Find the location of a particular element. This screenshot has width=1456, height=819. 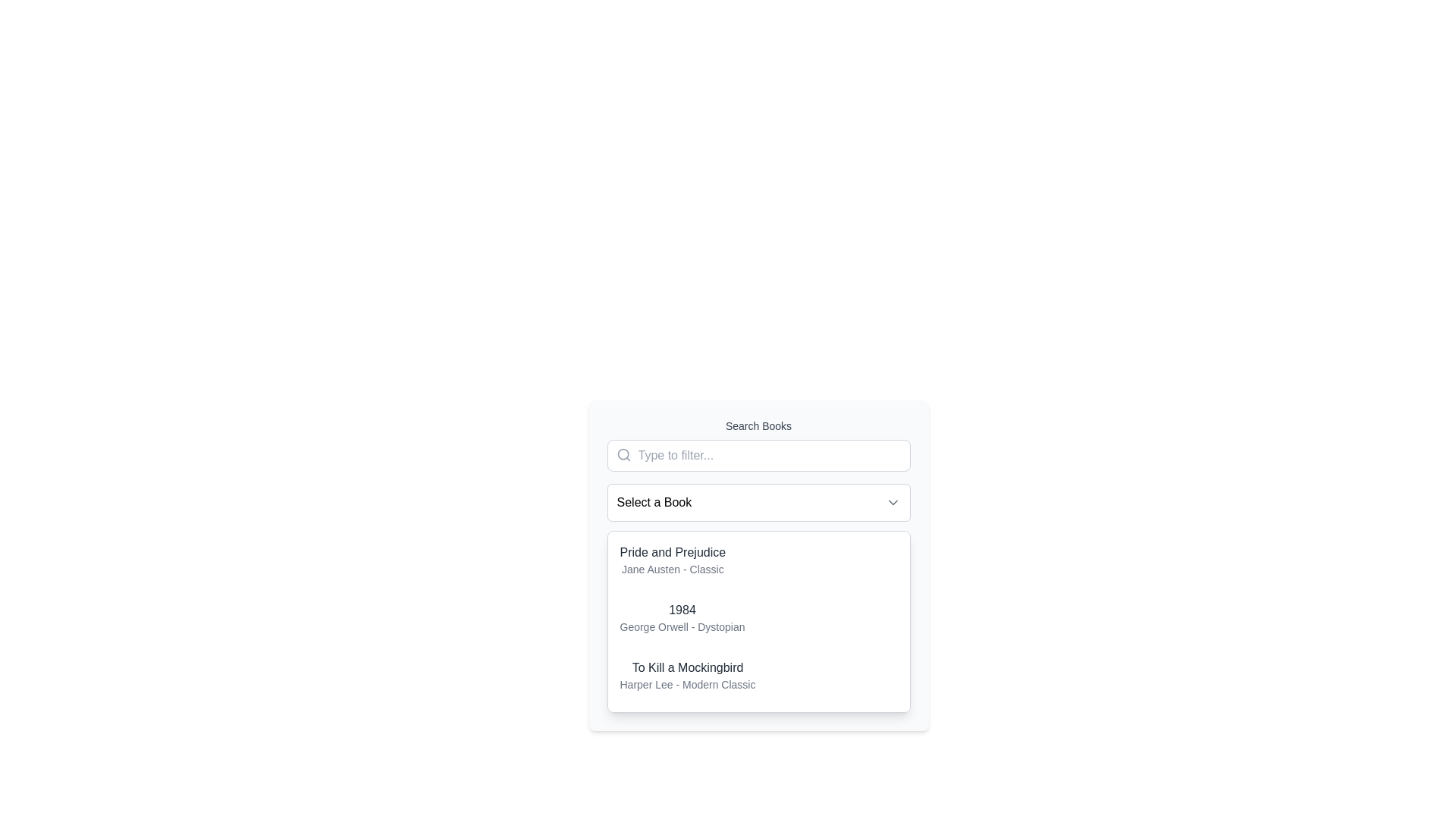

the text block displaying 'Pride and Prejudice' by Jane Austen is located at coordinates (672, 560).